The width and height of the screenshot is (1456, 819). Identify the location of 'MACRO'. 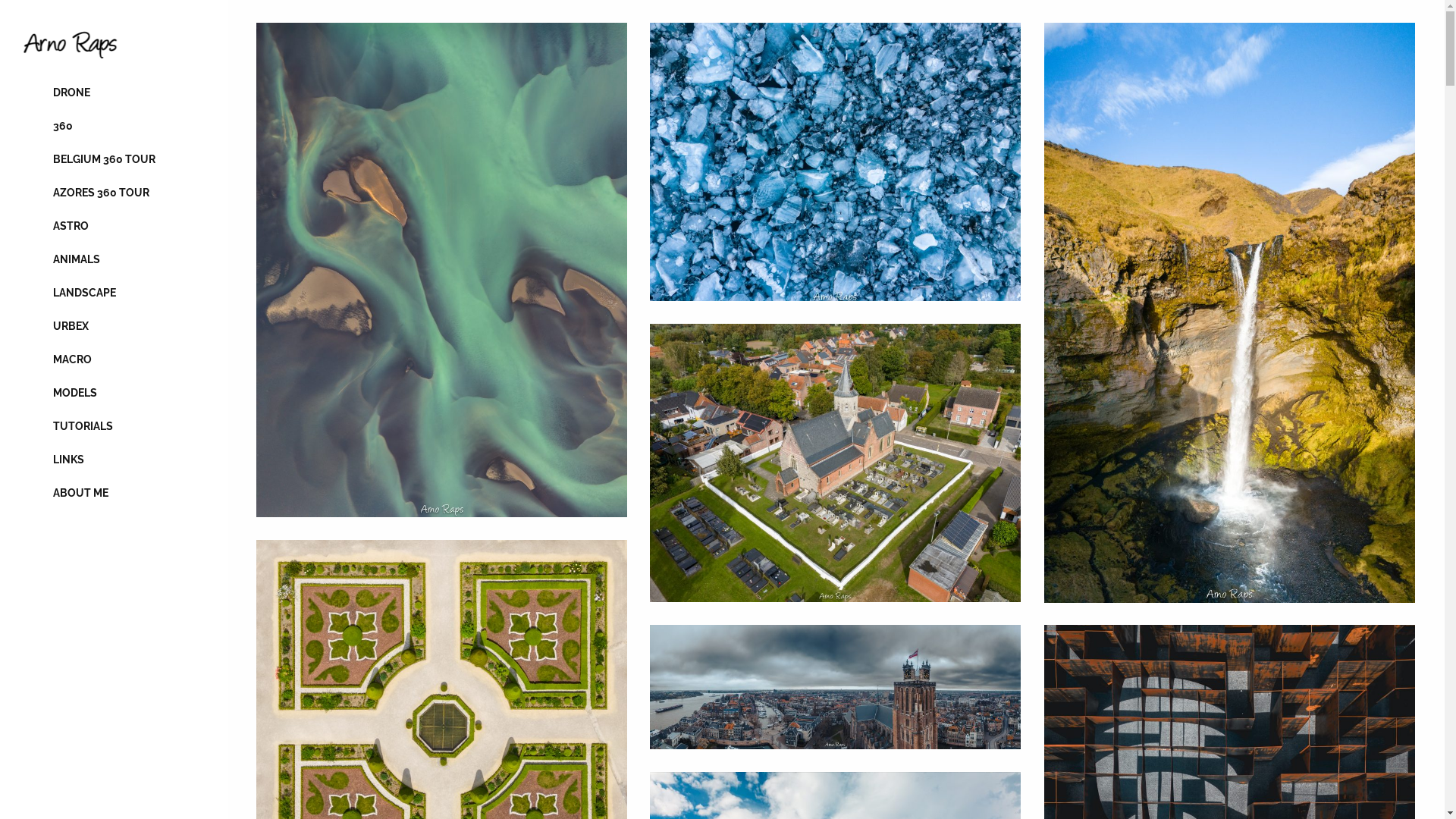
(112, 359).